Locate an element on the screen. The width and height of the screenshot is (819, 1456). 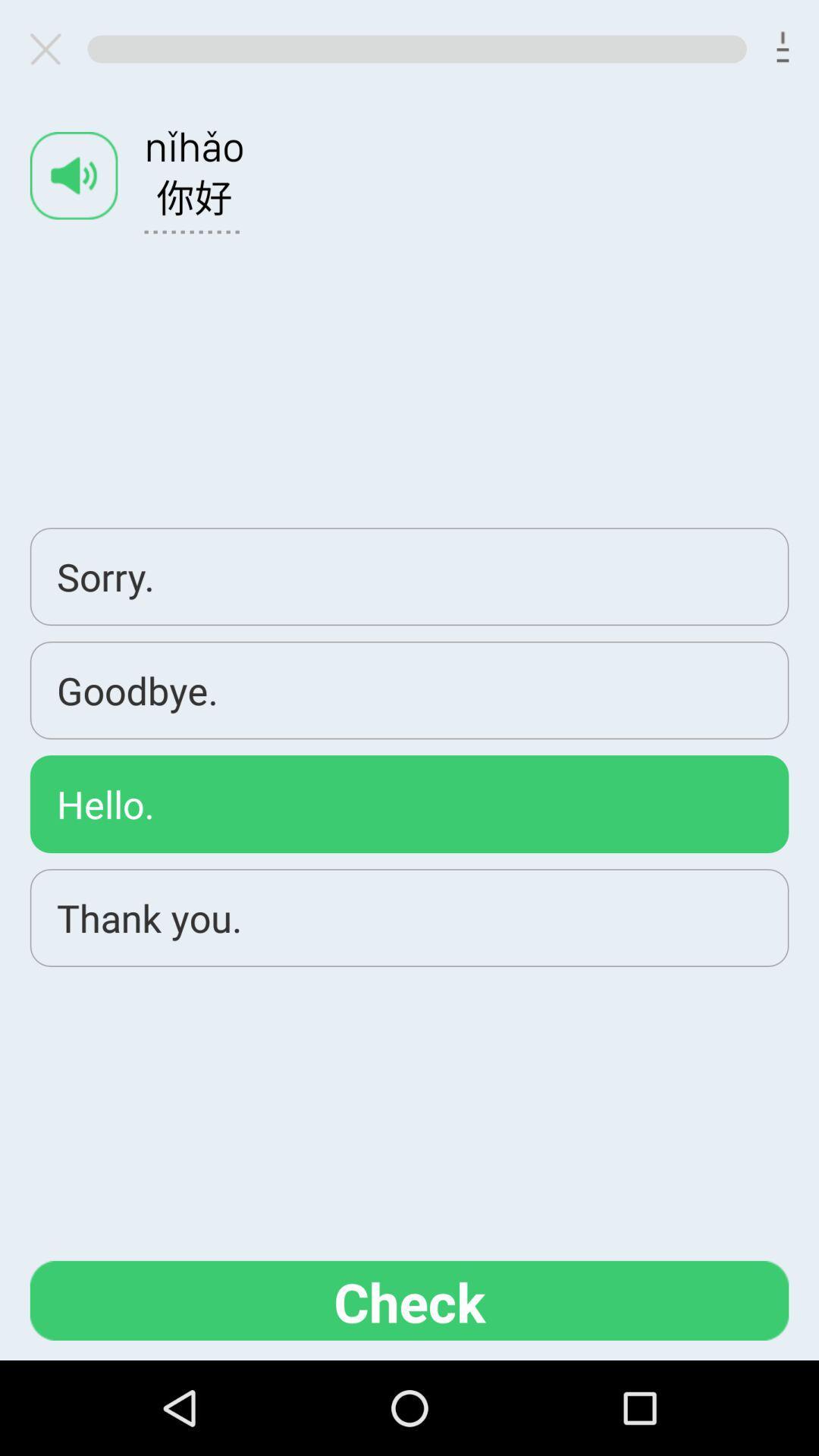
closes area is located at coordinates (51, 49).